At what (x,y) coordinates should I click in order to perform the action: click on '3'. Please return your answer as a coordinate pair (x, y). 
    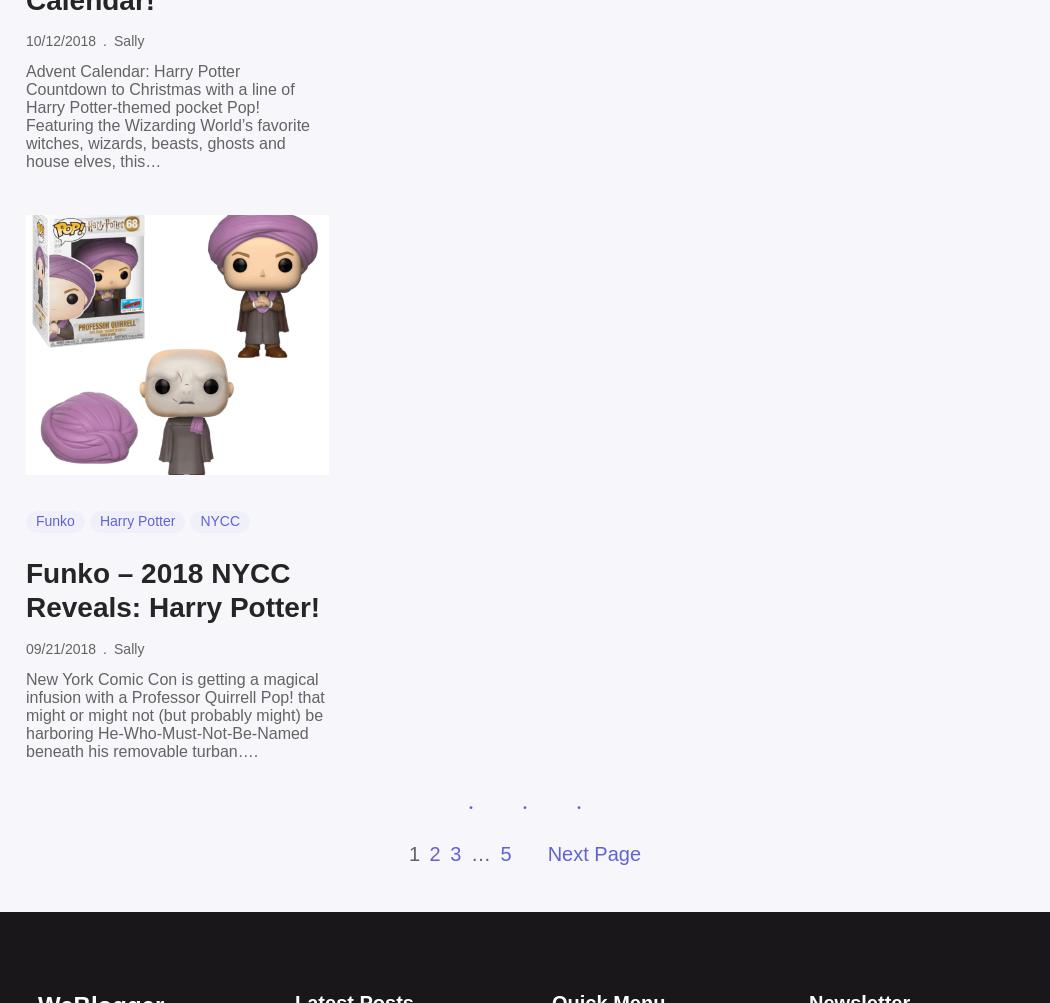
    Looking at the image, I should click on (456, 852).